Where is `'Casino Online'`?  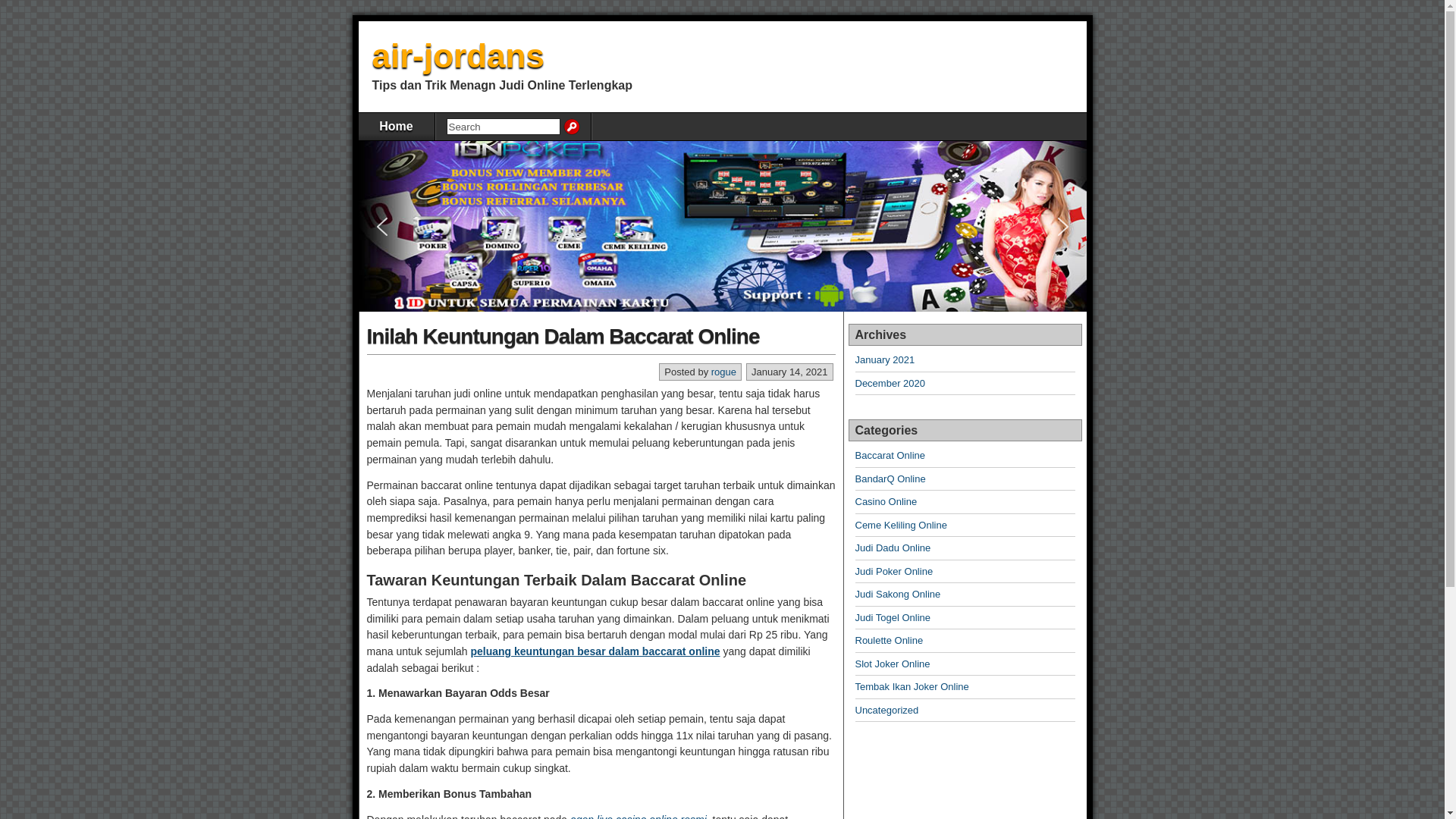 'Casino Online' is located at coordinates (855, 501).